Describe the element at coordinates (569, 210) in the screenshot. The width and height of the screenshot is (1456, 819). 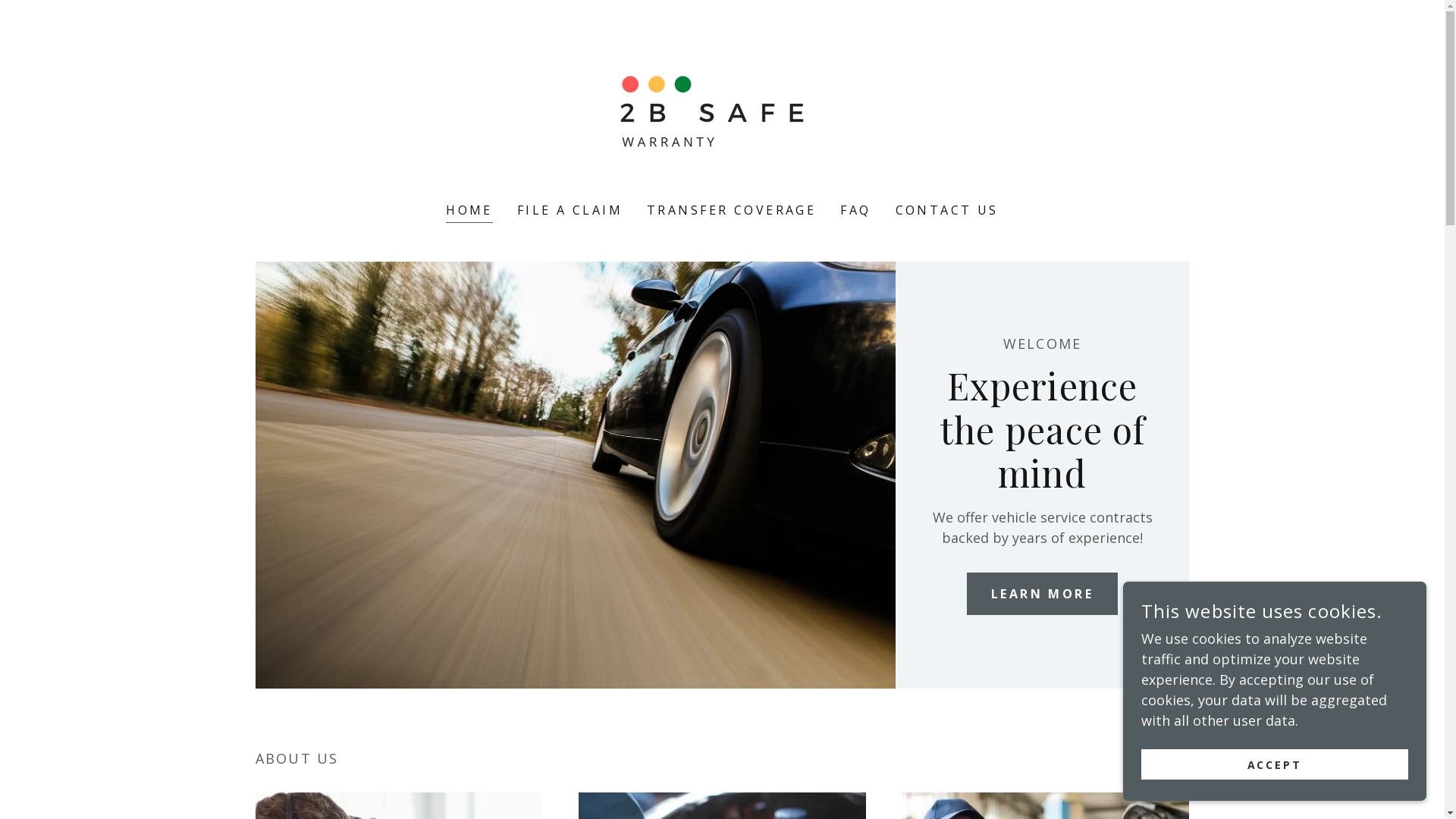
I see `'FILE A CLAIM'` at that location.